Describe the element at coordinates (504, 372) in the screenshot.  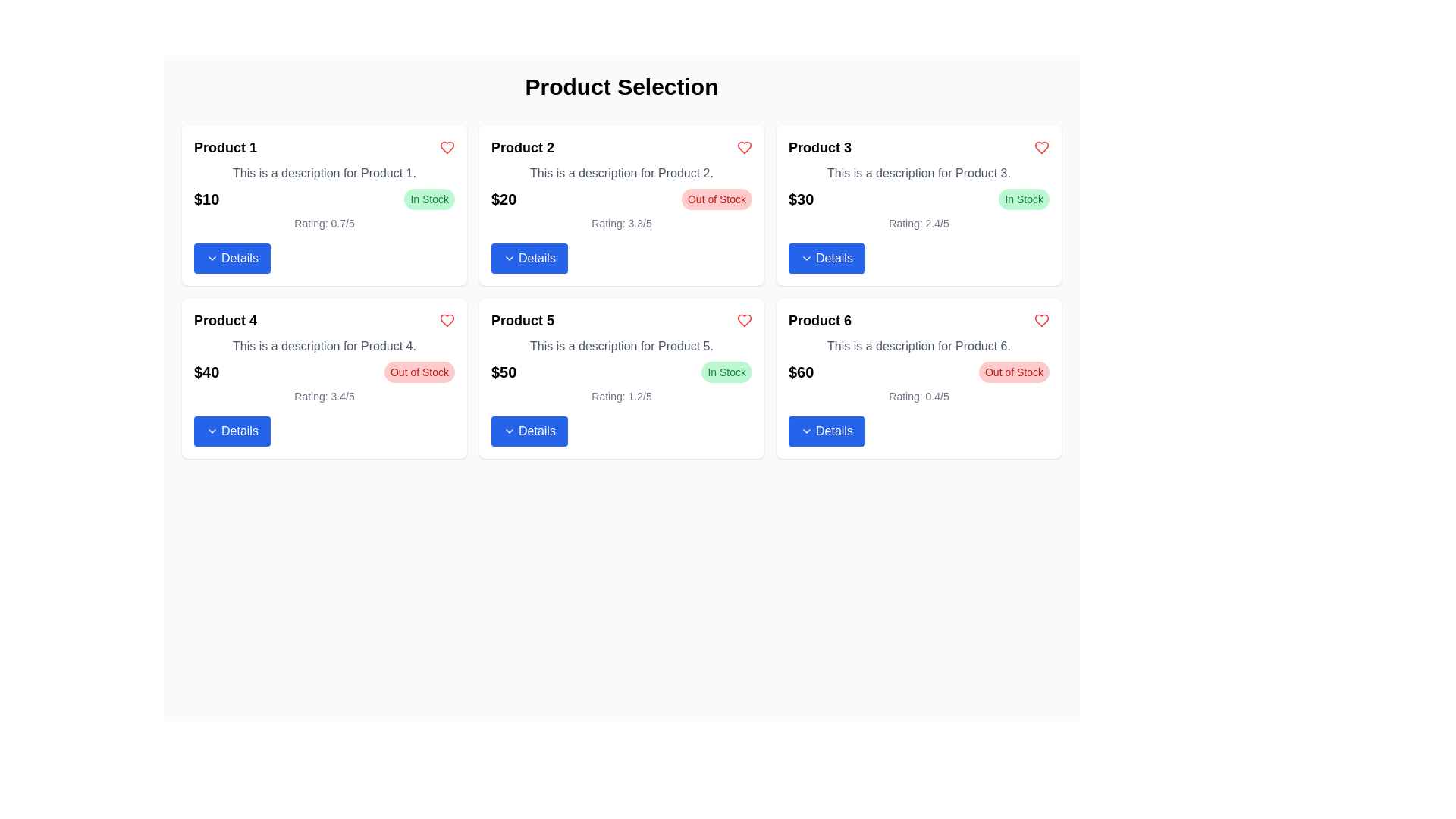
I see `displayed price from the Text Label located in the fifth product card beneath the product description` at that location.